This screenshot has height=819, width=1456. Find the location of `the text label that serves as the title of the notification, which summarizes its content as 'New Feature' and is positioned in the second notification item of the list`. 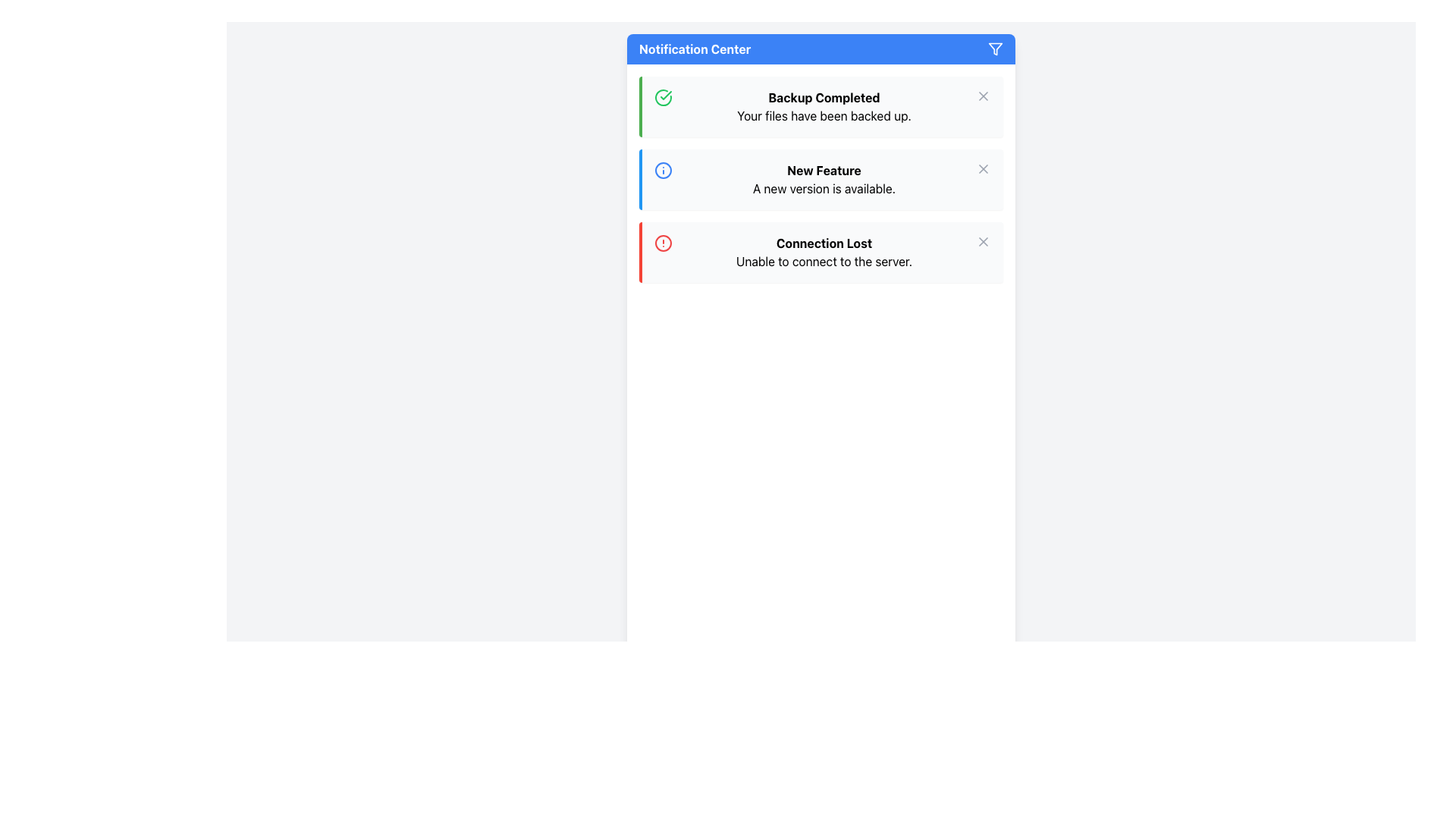

the text label that serves as the title of the notification, which summarizes its content as 'New Feature' and is positioned in the second notification item of the list is located at coordinates (823, 170).